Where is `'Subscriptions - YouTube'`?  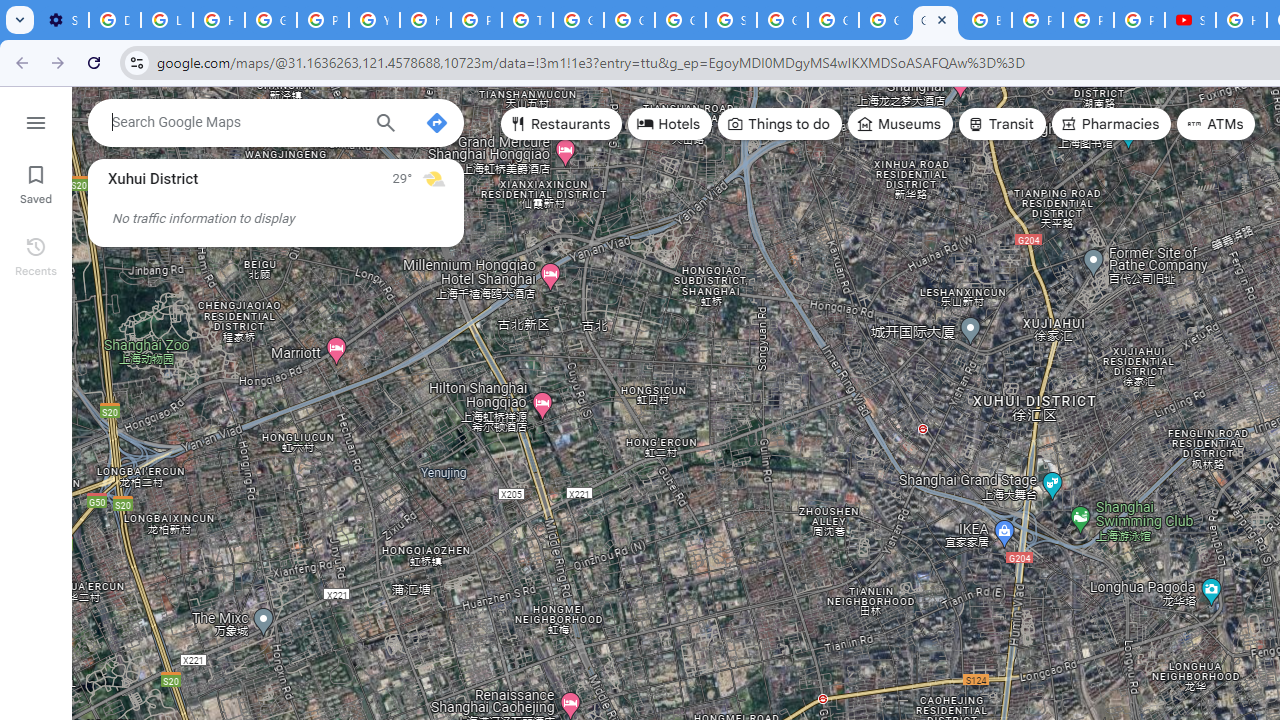 'Subscriptions - YouTube' is located at coordinates (1190, 20).